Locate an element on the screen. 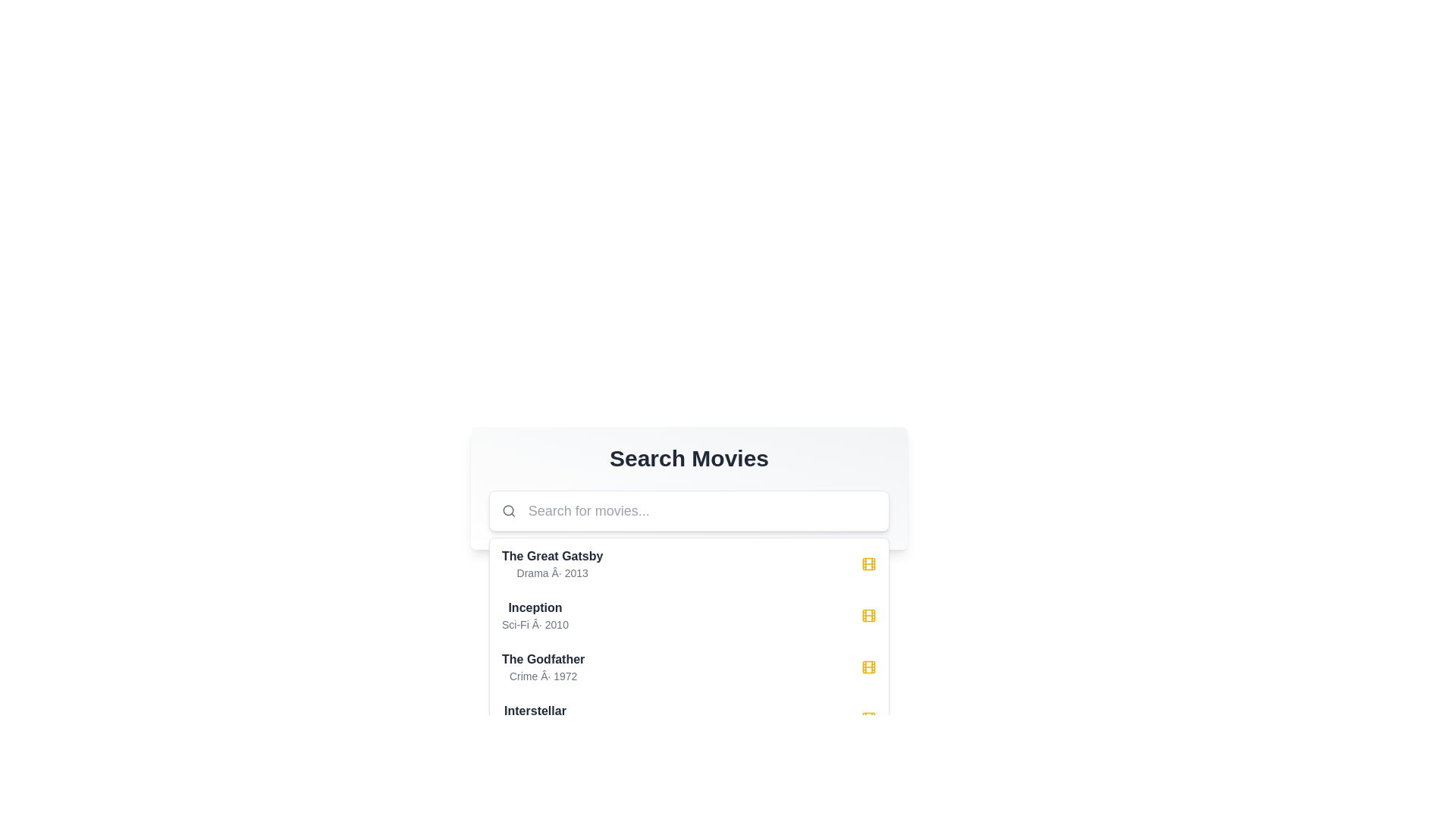  the interactive search input field of the composite UI component for movie searching to activate it is located at coordinates (688, 488).